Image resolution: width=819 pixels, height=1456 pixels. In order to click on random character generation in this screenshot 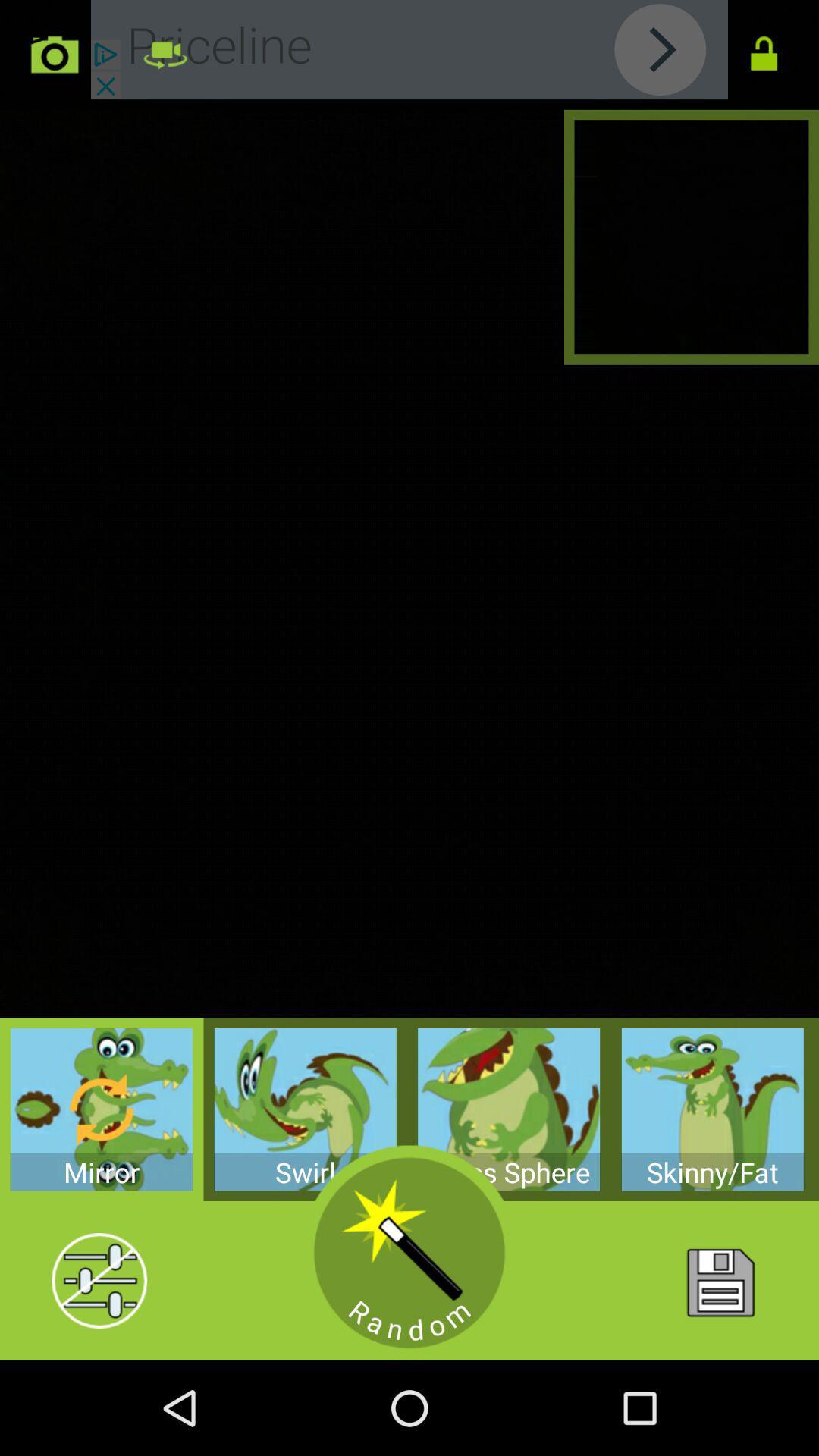, I will do `click(409, 1253)`.